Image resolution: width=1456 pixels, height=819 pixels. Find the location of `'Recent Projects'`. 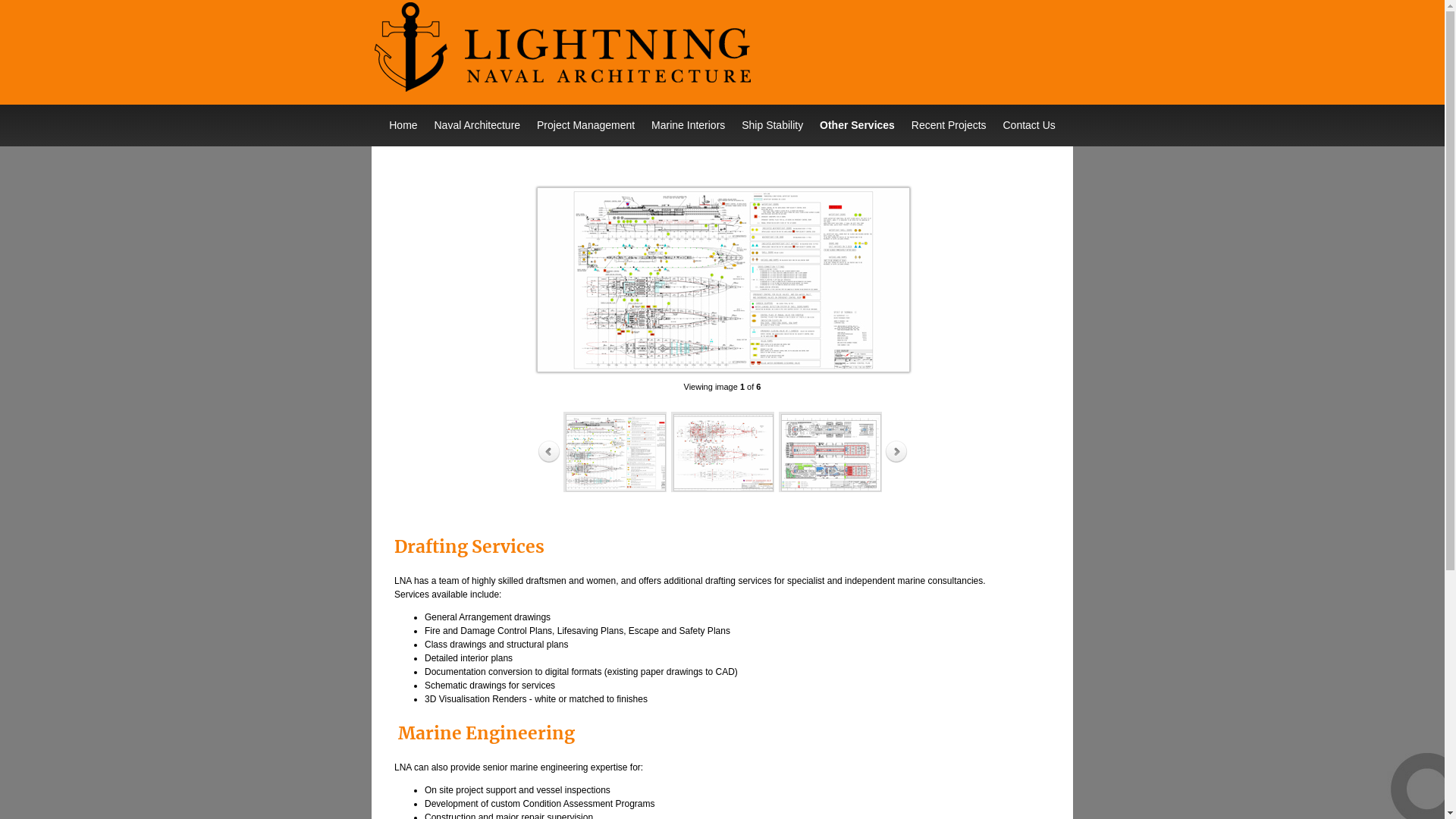

'Recent Projects' is located at coordinates (948, 124).